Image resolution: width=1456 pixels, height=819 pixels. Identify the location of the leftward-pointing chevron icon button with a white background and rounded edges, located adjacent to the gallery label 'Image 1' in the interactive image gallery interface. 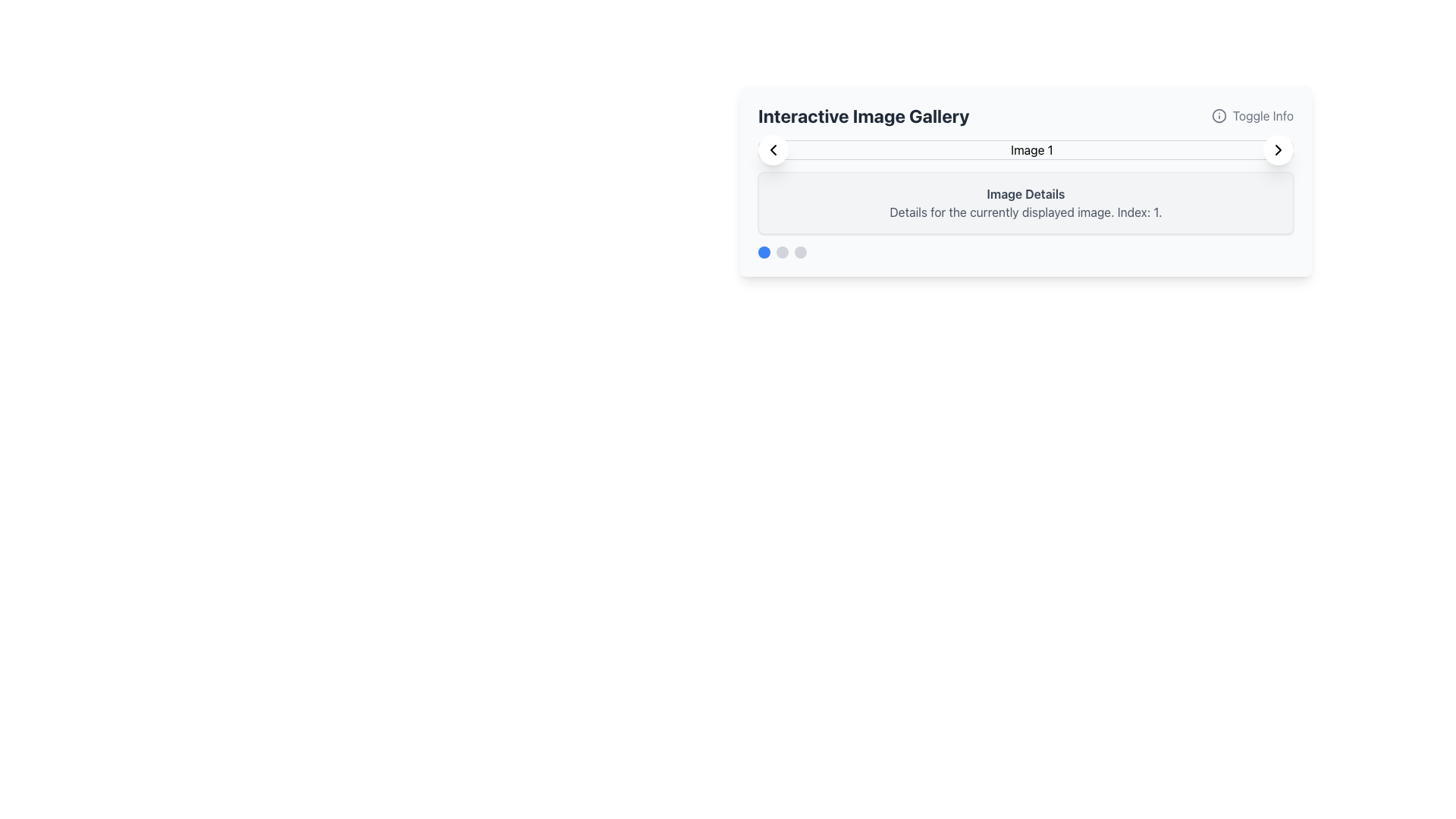
(773, 149).